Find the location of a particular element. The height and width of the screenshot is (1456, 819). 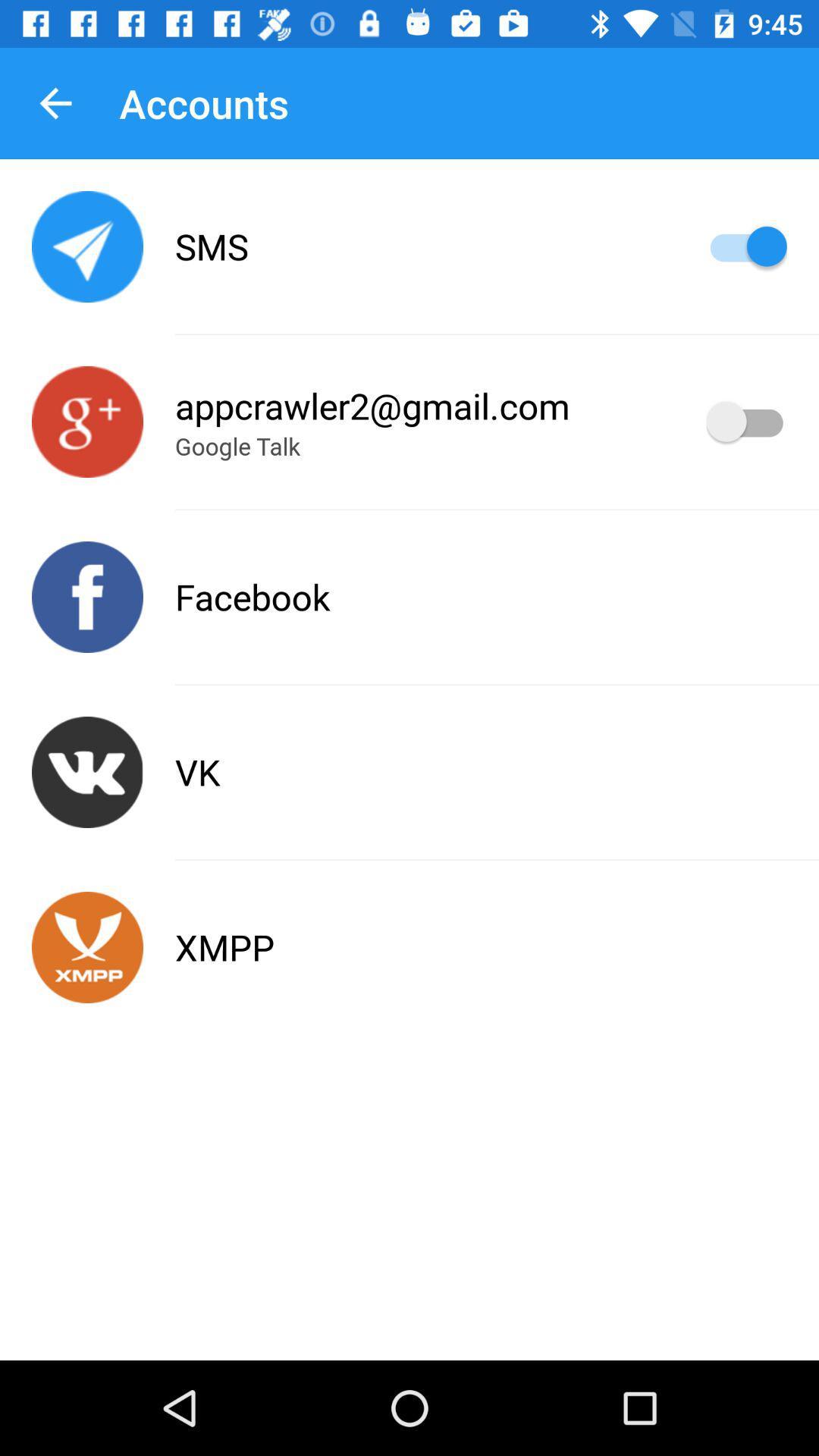

open facebook app is located at coordinates (87, 596).